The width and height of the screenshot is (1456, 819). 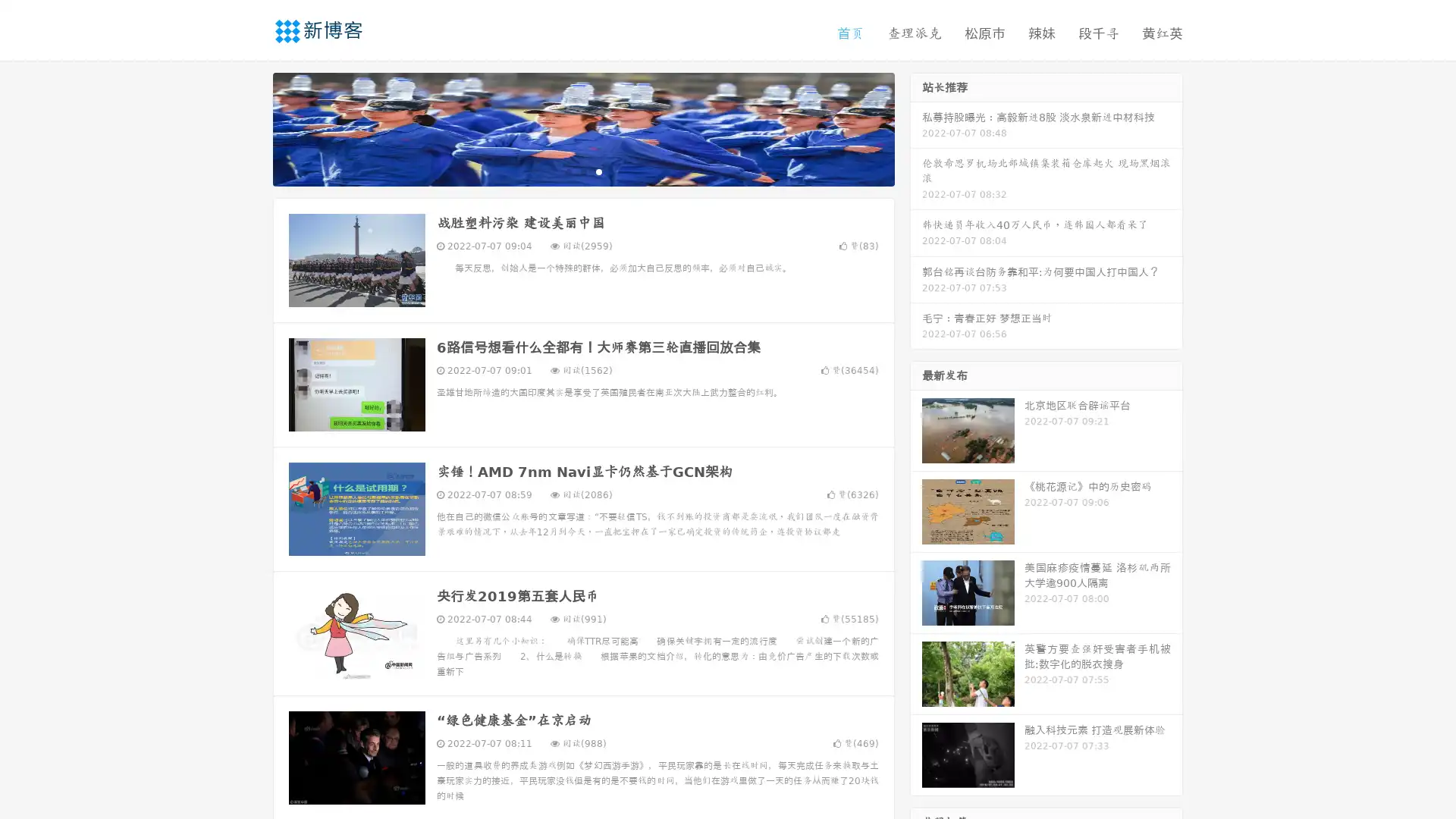 I want to click on Next slide, so click(x=916, y=127).